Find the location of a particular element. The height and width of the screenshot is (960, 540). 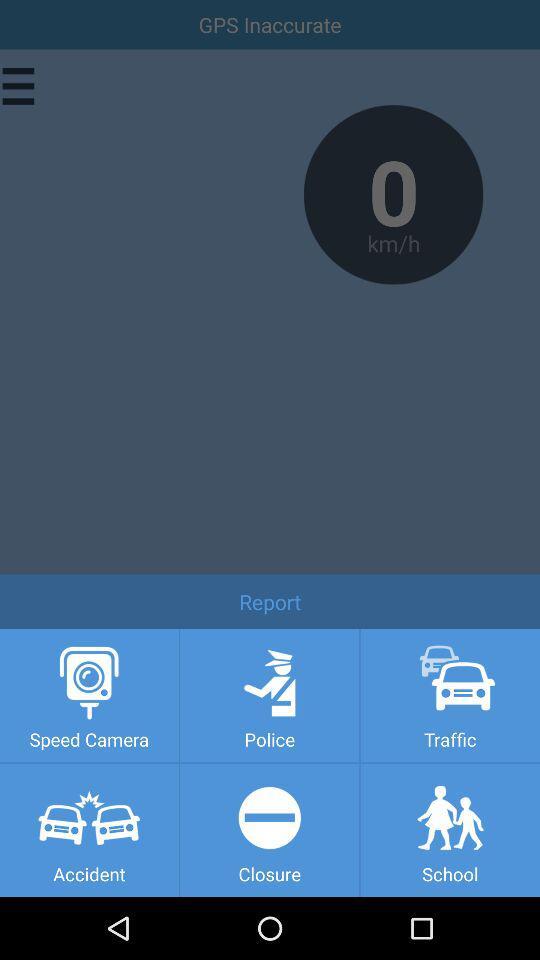

the chat icon is located at coordinates (52, 818).